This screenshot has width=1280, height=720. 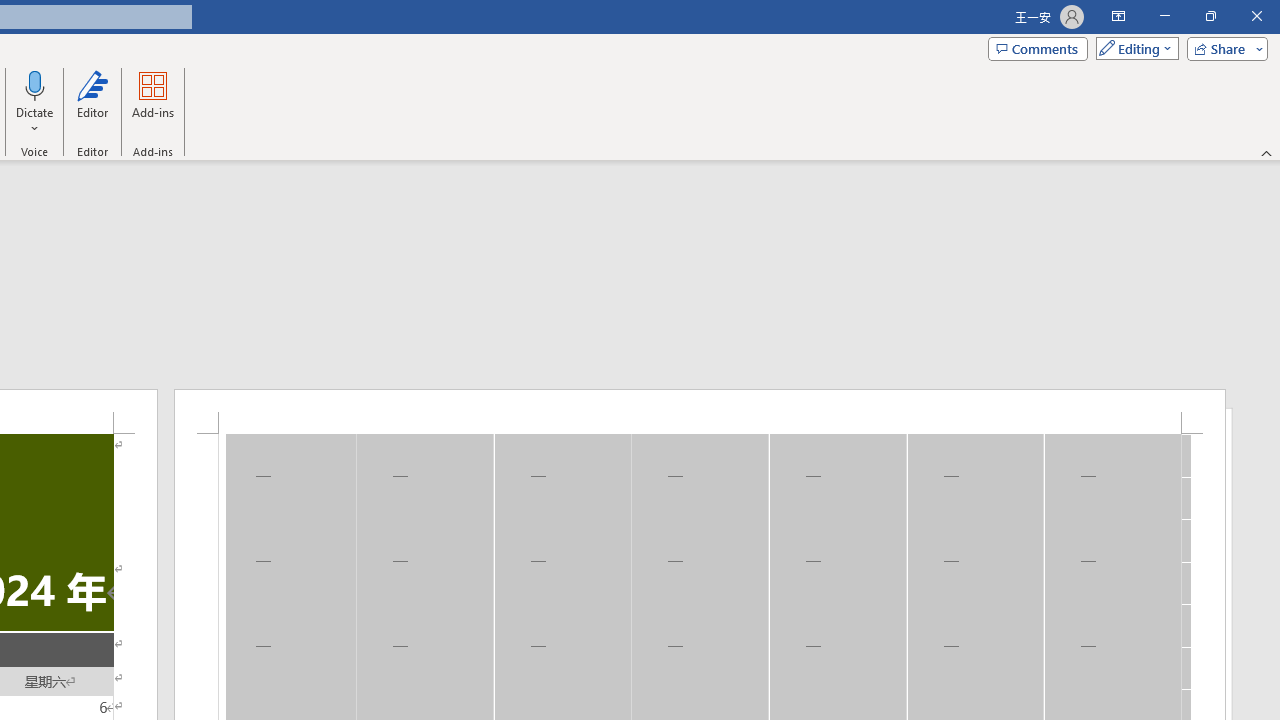 What do you see at coordinates (1038, 47) in the screenshot?
I see `'Comments'` at bounding box center [1038, 47].